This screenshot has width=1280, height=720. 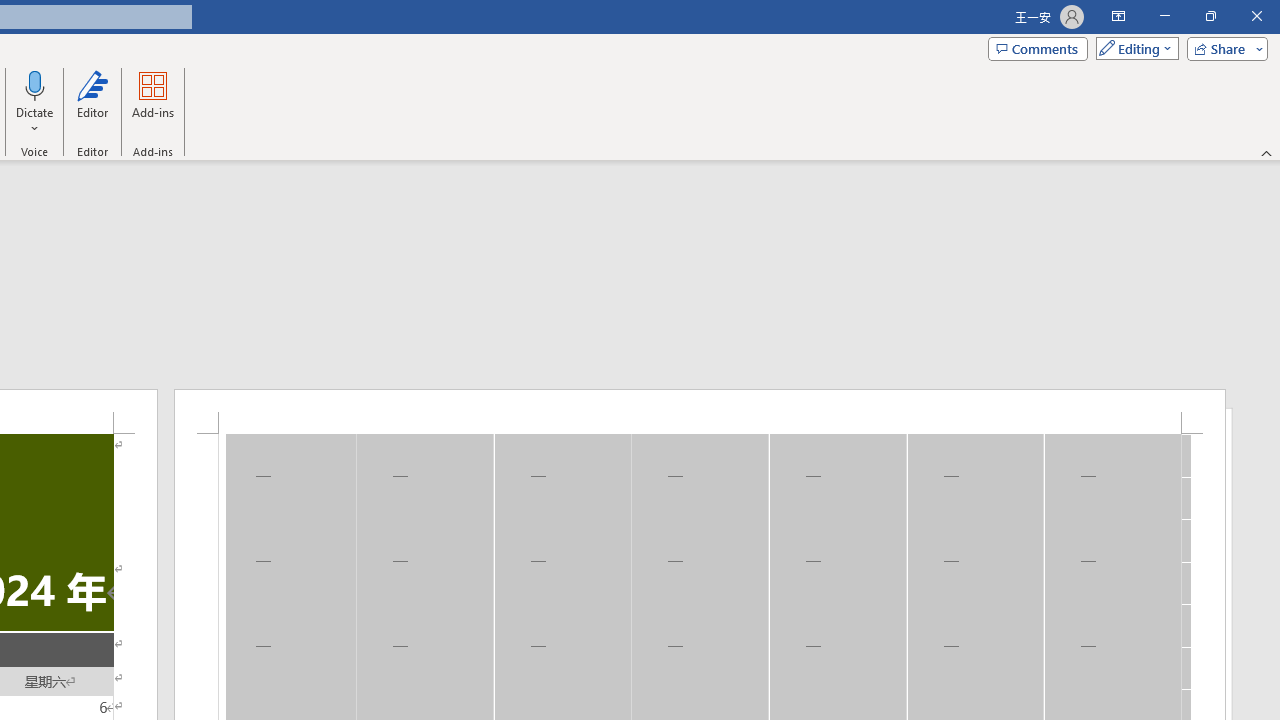 What do you see at coordinates (1038, 47) in the screenshot?
I see `'Comments'` at bounding box center [1038, 47].